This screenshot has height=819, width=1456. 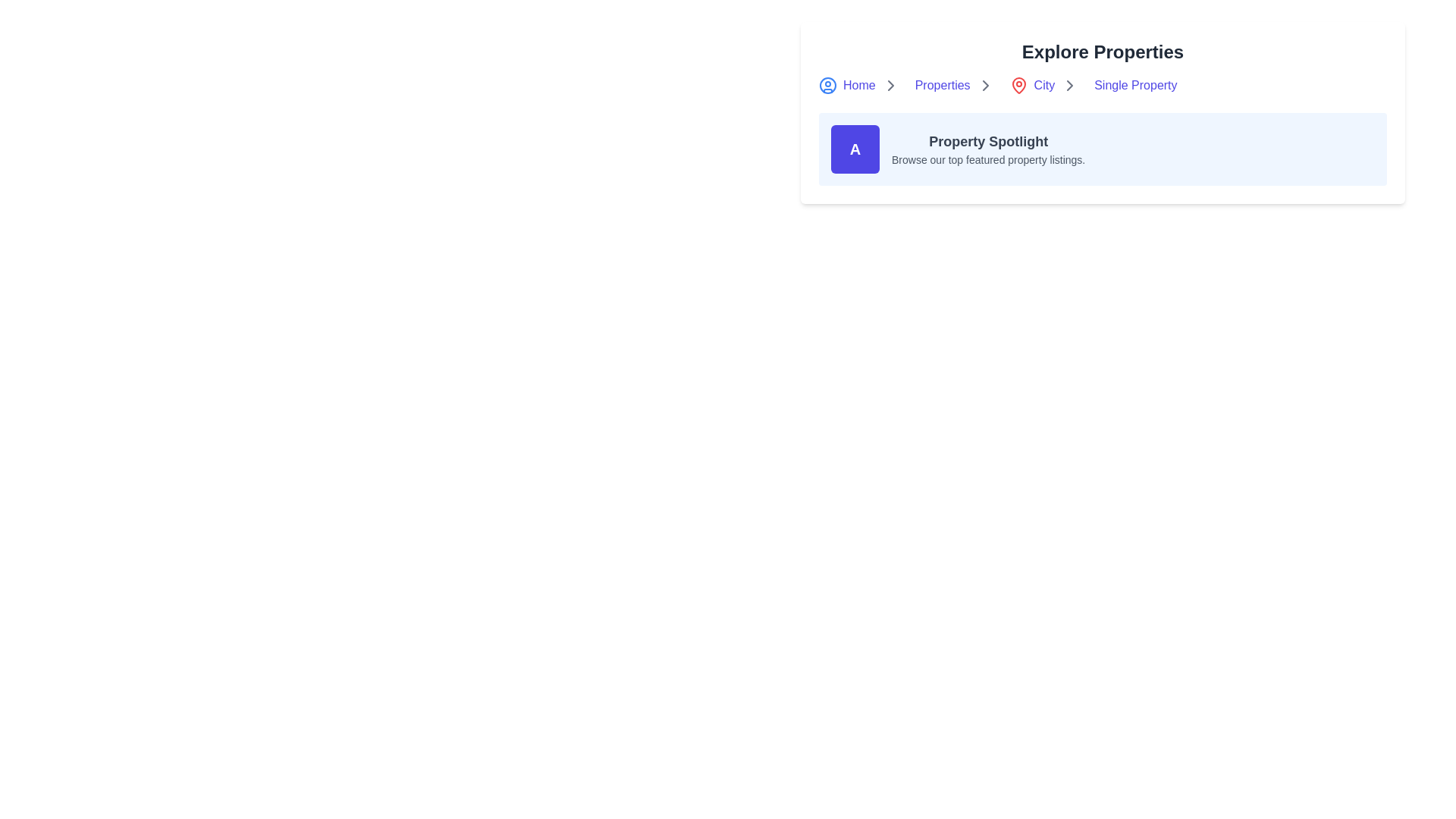 What do you see at coordinates (846, 85) in the screenshot?
I see `the first hyperlink in the breadcrumb navigation` at bounding box center [846, 85].